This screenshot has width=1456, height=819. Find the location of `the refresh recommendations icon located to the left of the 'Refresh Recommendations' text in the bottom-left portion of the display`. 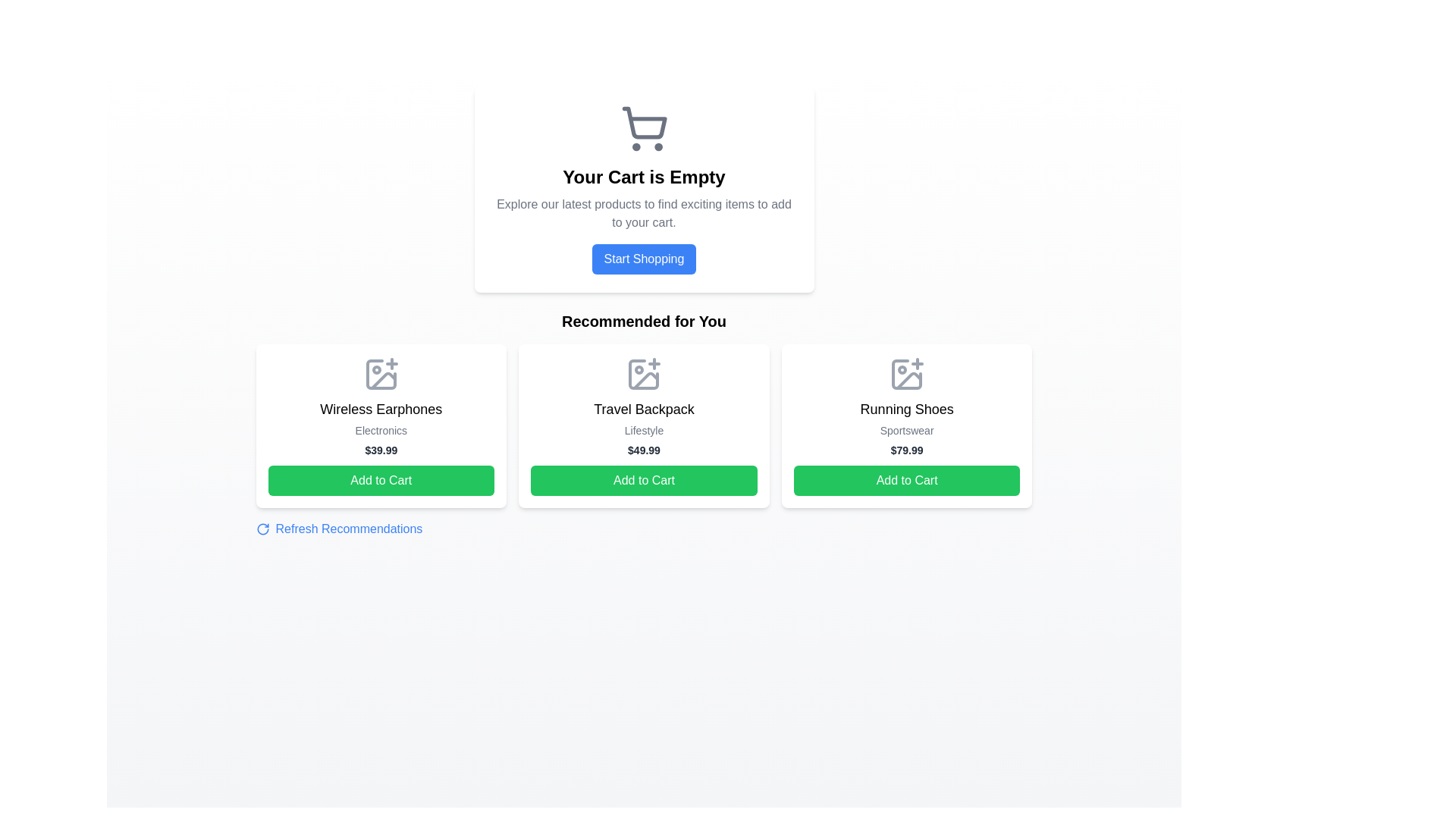

the refresh recommendations icon located to the left of the 'Refresh Recommendations' text in the bottom-left portion of the display is located at coordinates (262, 529).